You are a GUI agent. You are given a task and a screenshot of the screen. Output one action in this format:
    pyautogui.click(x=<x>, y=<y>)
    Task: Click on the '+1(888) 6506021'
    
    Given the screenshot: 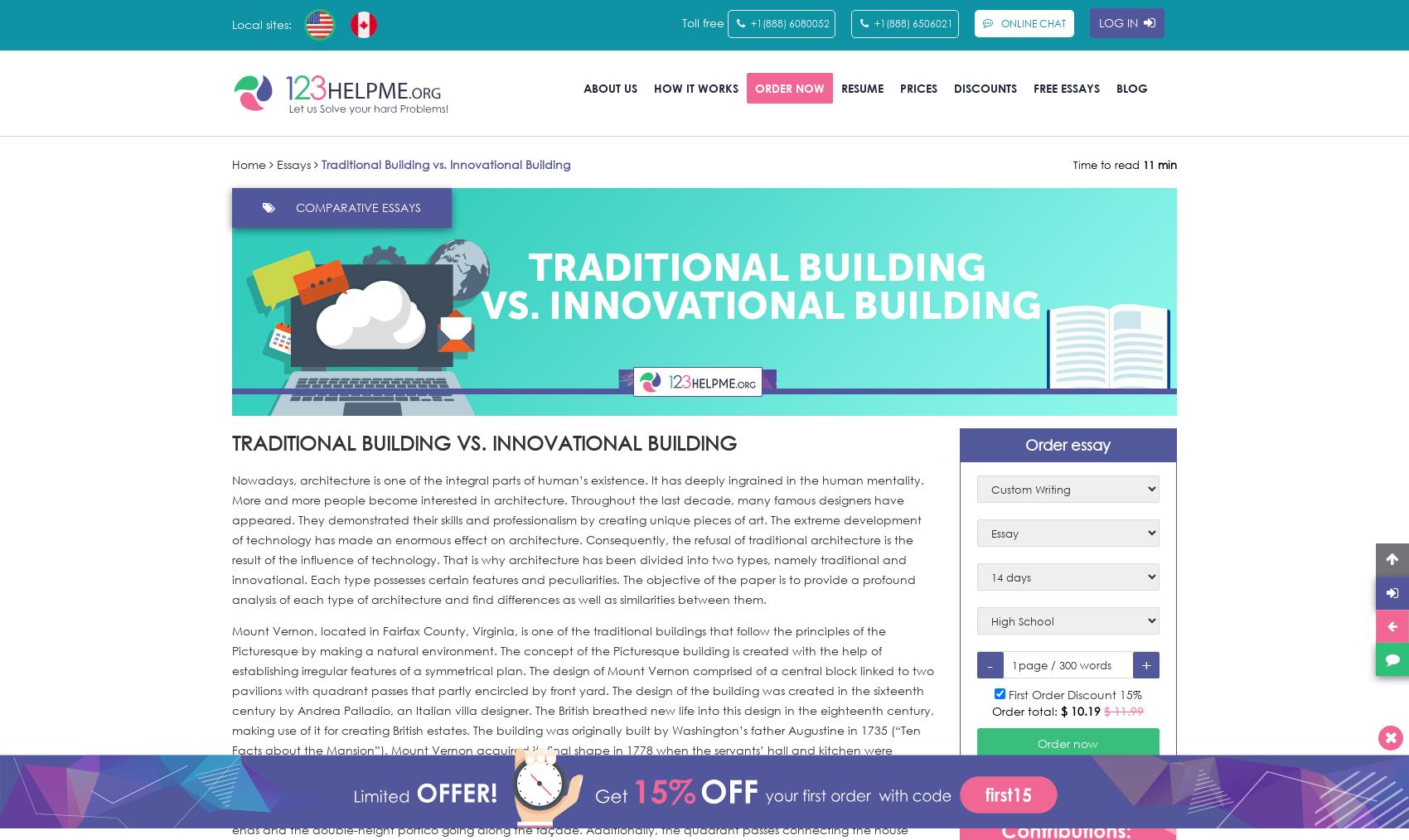 What is the action you would take?
    pyautogui.click(x=912, y=22)
    